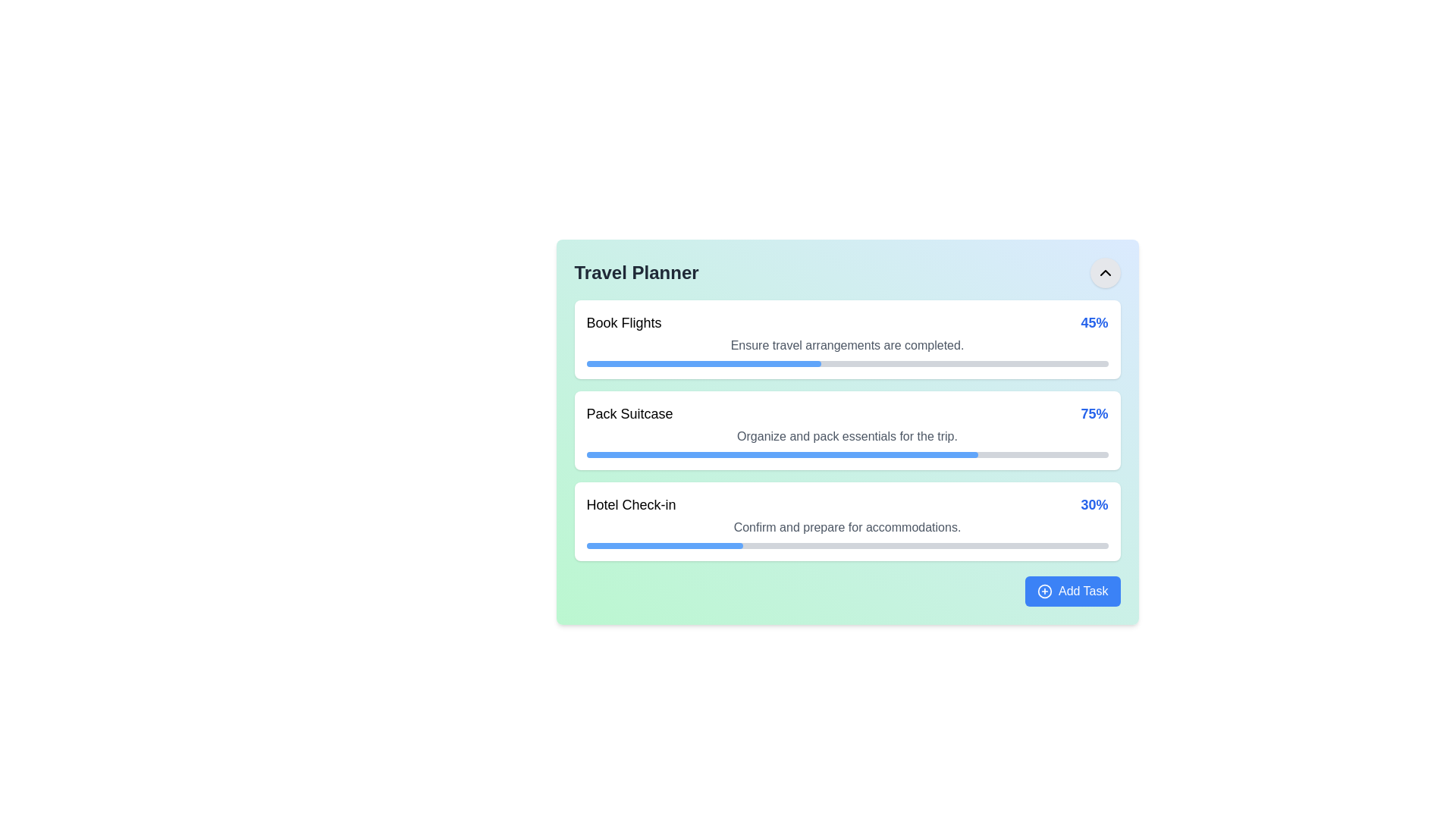 This screenshot has height=819, width=1456. I want to click on the filled segment of the progress bar indicating 75% completion under the 'Pack Suitcase' section, so click(782, 454).